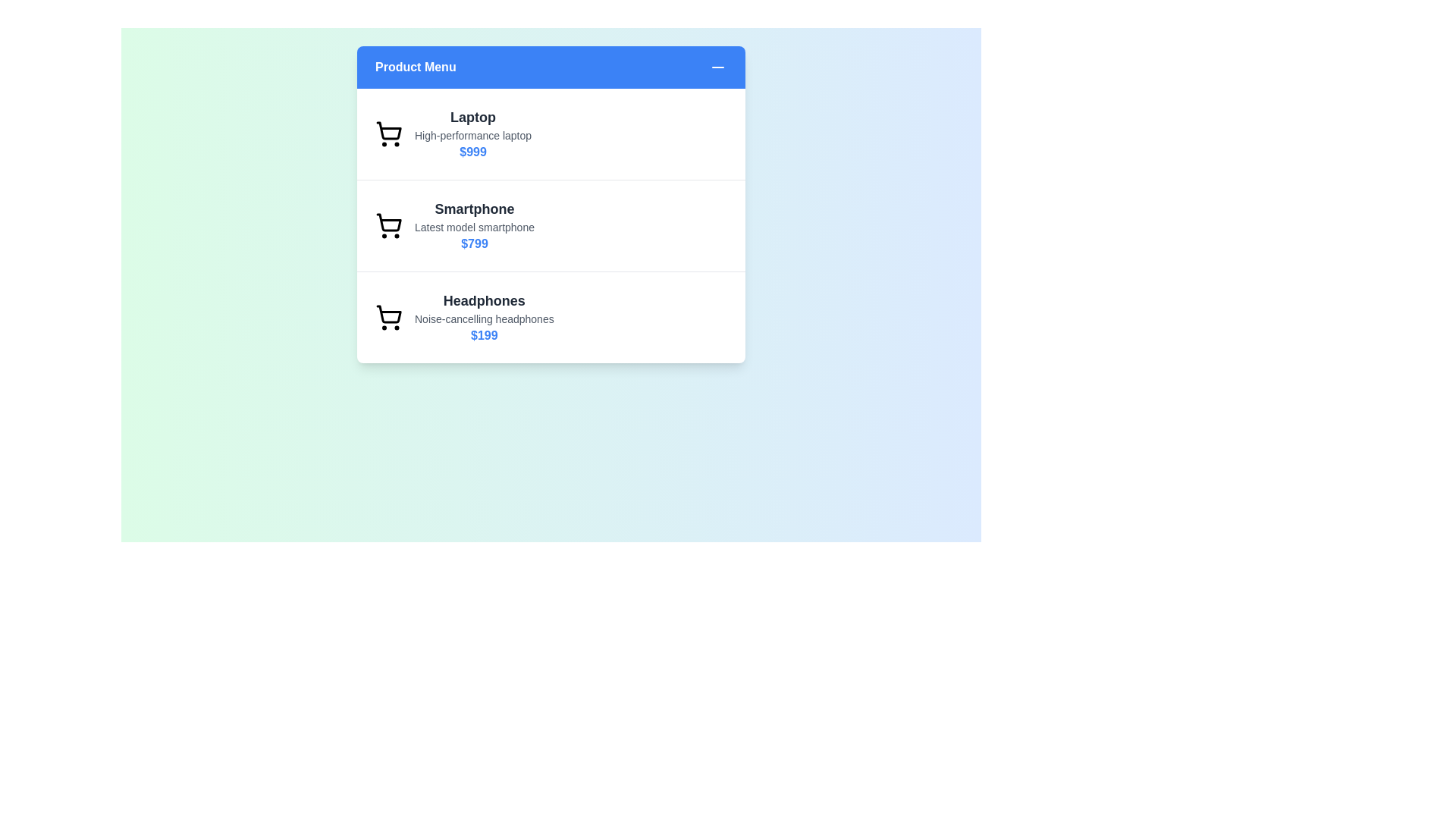 This screenshot has width=1456, height=819. Describe the element at coordinates (389, 317) in the screenshot. I see `the product icon for Headphones` at that location.